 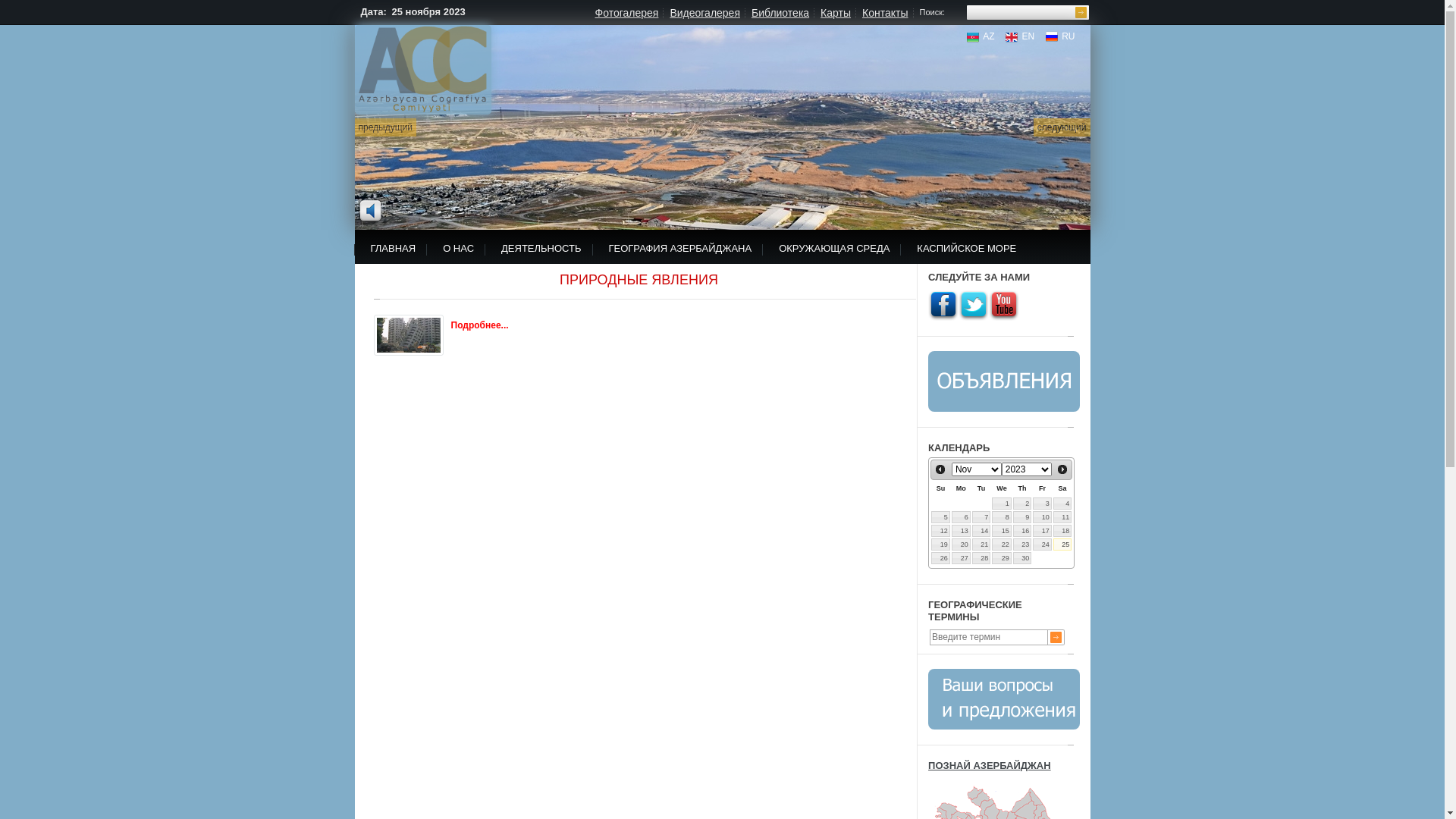 I want to click on 'AZ', so click(x=980, y=35).